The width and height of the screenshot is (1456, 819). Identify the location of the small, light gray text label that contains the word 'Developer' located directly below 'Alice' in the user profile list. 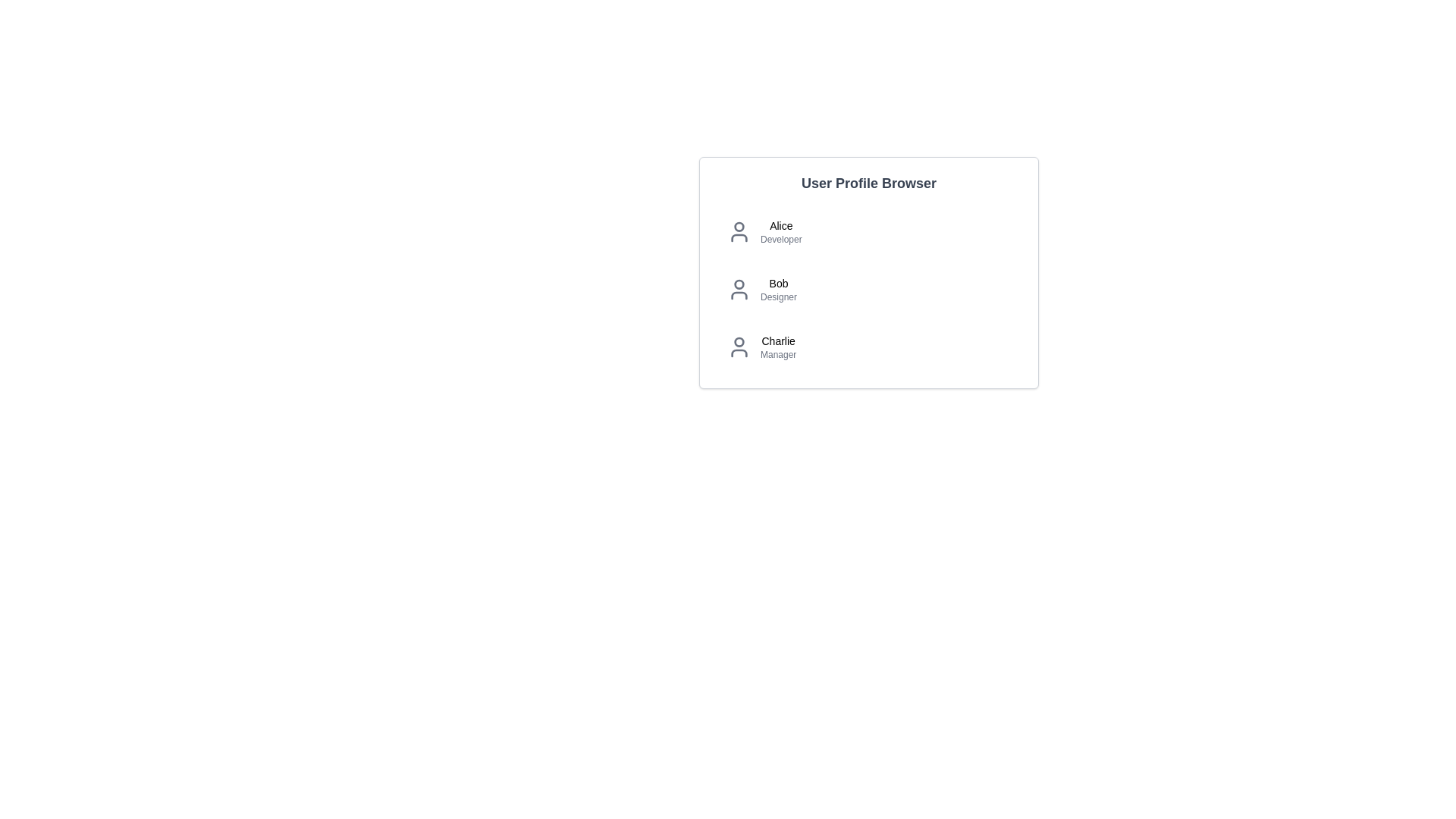
(781, 239).